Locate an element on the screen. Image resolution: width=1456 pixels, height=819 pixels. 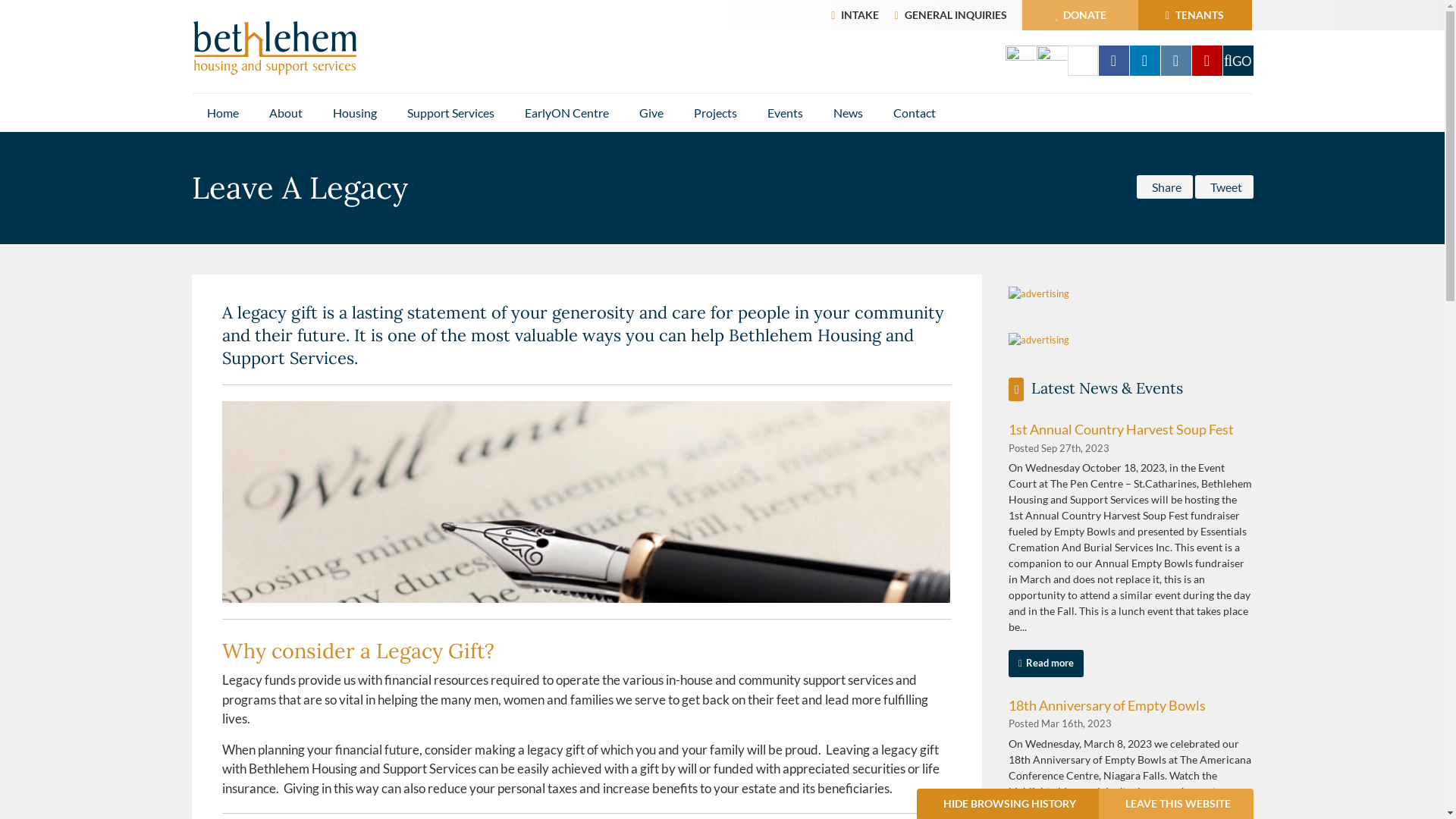
'Share' is located at coordinates (1135, 186).